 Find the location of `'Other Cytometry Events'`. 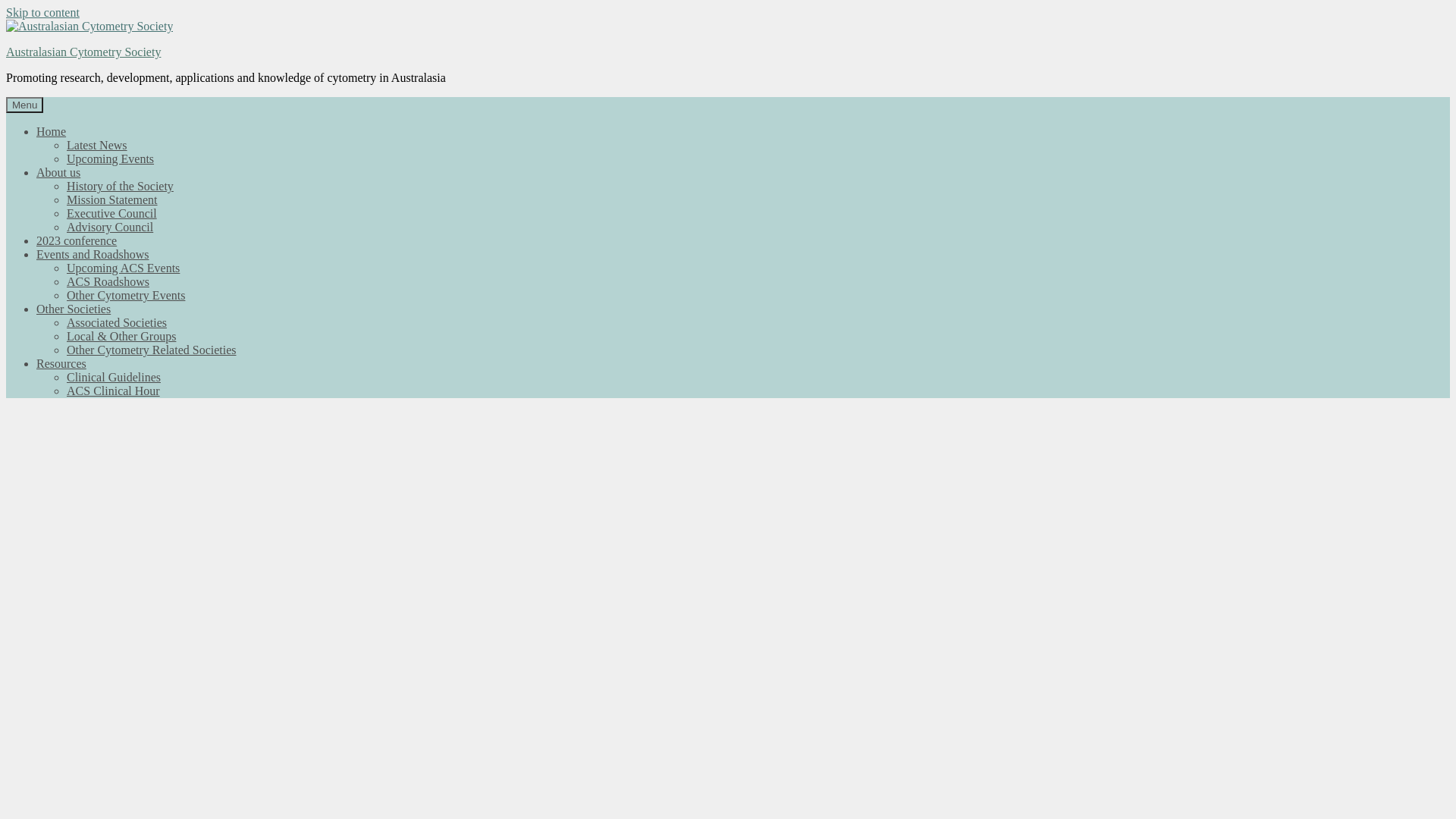

'Other Cytometry Events' is located at coordinates (65, 295).